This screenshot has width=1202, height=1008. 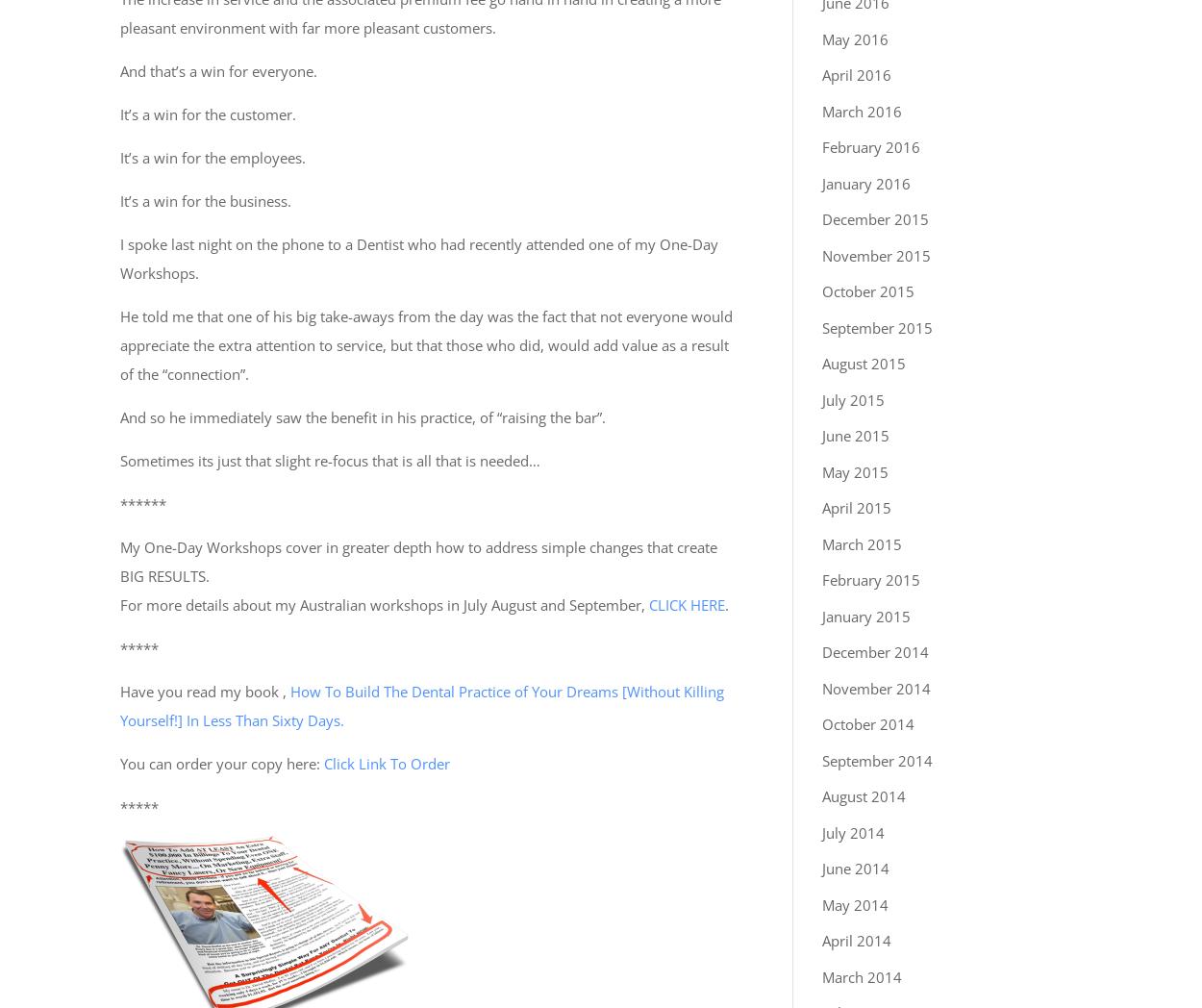 What do you see at coordinates (821, 687) in the screenshot?
I see `'November 2014'` at bounding box center [821, 687].